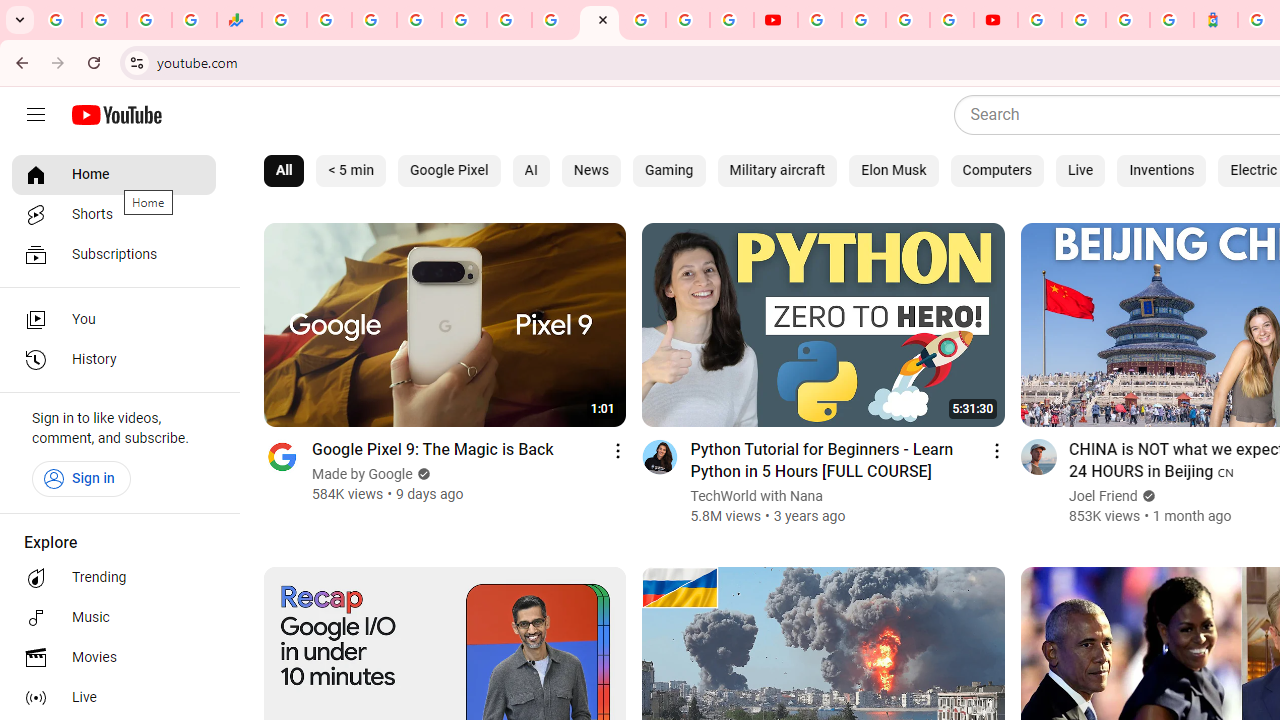  What do you see at coordinates (776, 170) in the screenshot?
I see `'Military aircraft'` at bounding box center [776, 170].